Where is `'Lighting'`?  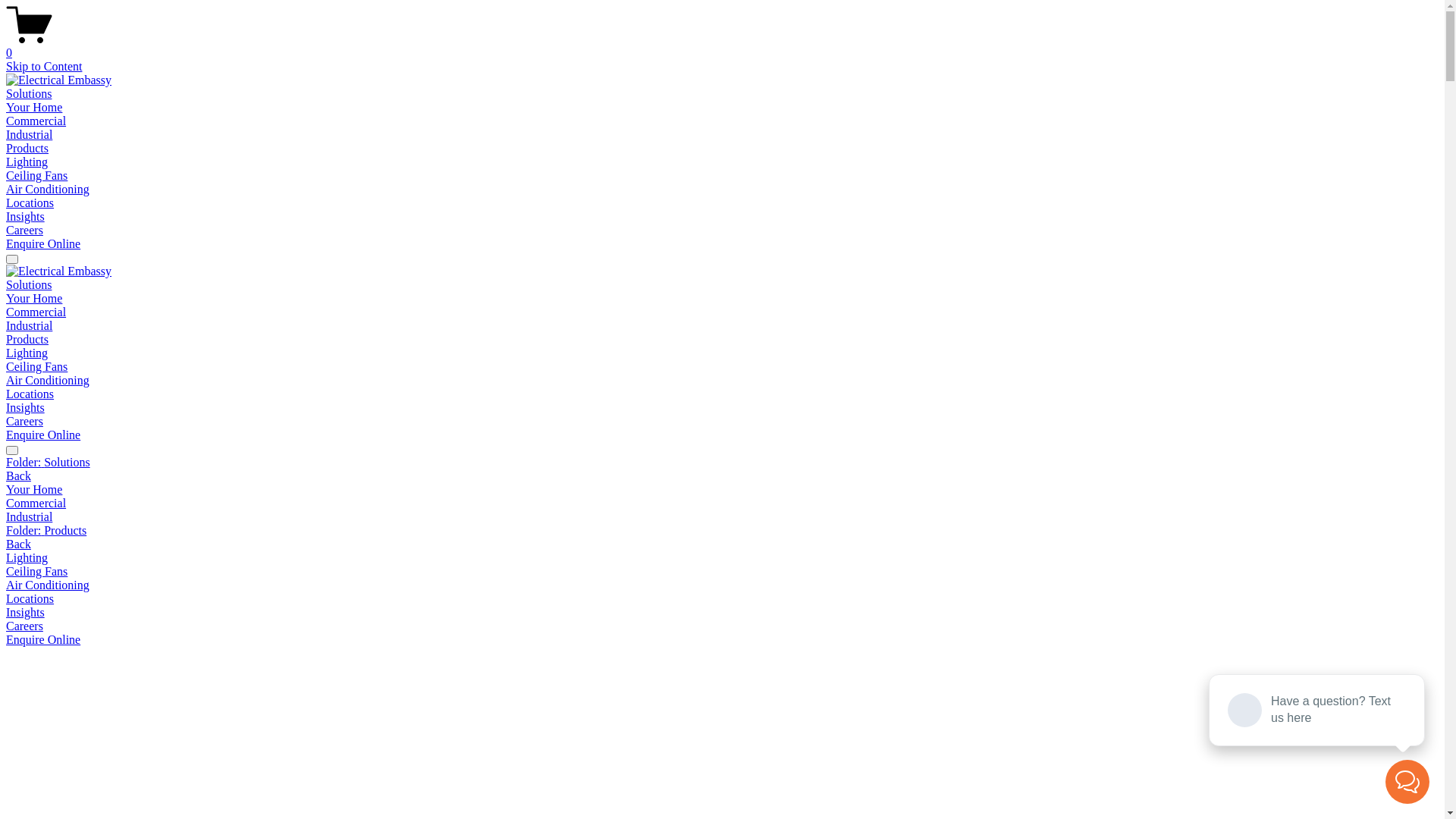
'Lighting' is located at coordinates (27, 353).